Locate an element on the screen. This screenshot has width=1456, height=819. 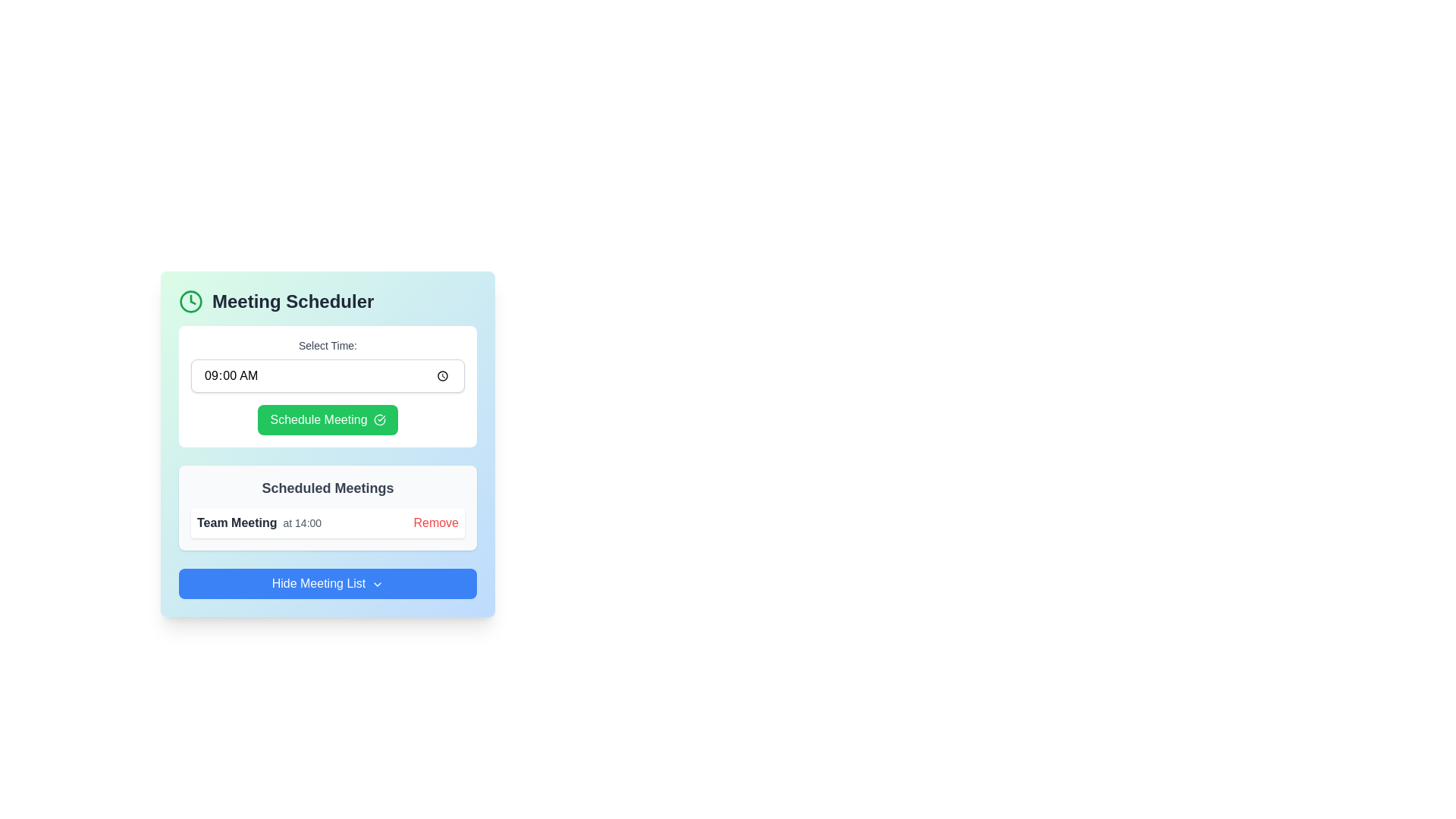
the scheduled meeting element that displays information about the meeting, including the title and scheduled time is located at coordinates (327, 522).